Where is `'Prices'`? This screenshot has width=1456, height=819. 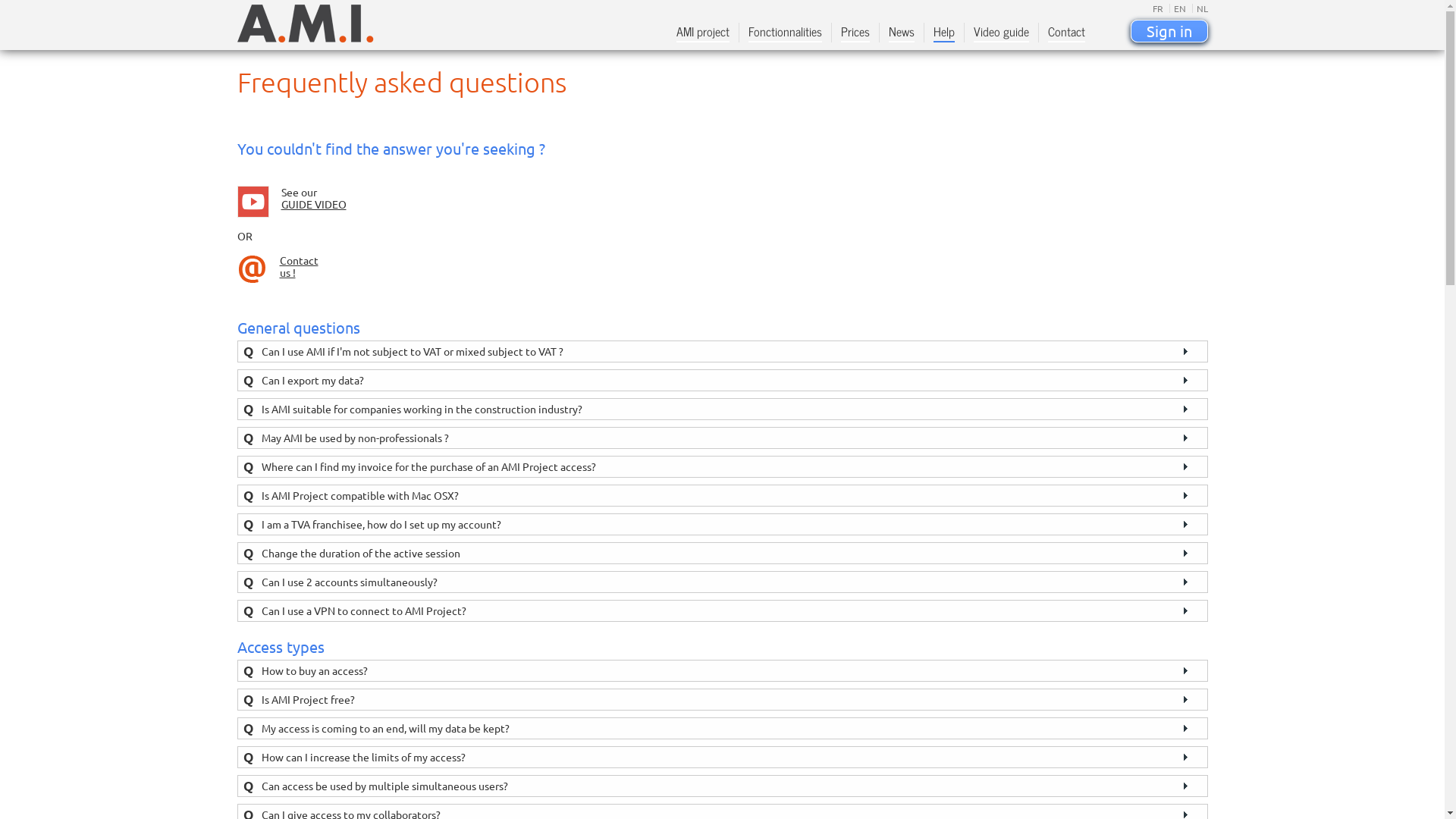
'Prices' is located at coordinates (855, 33).